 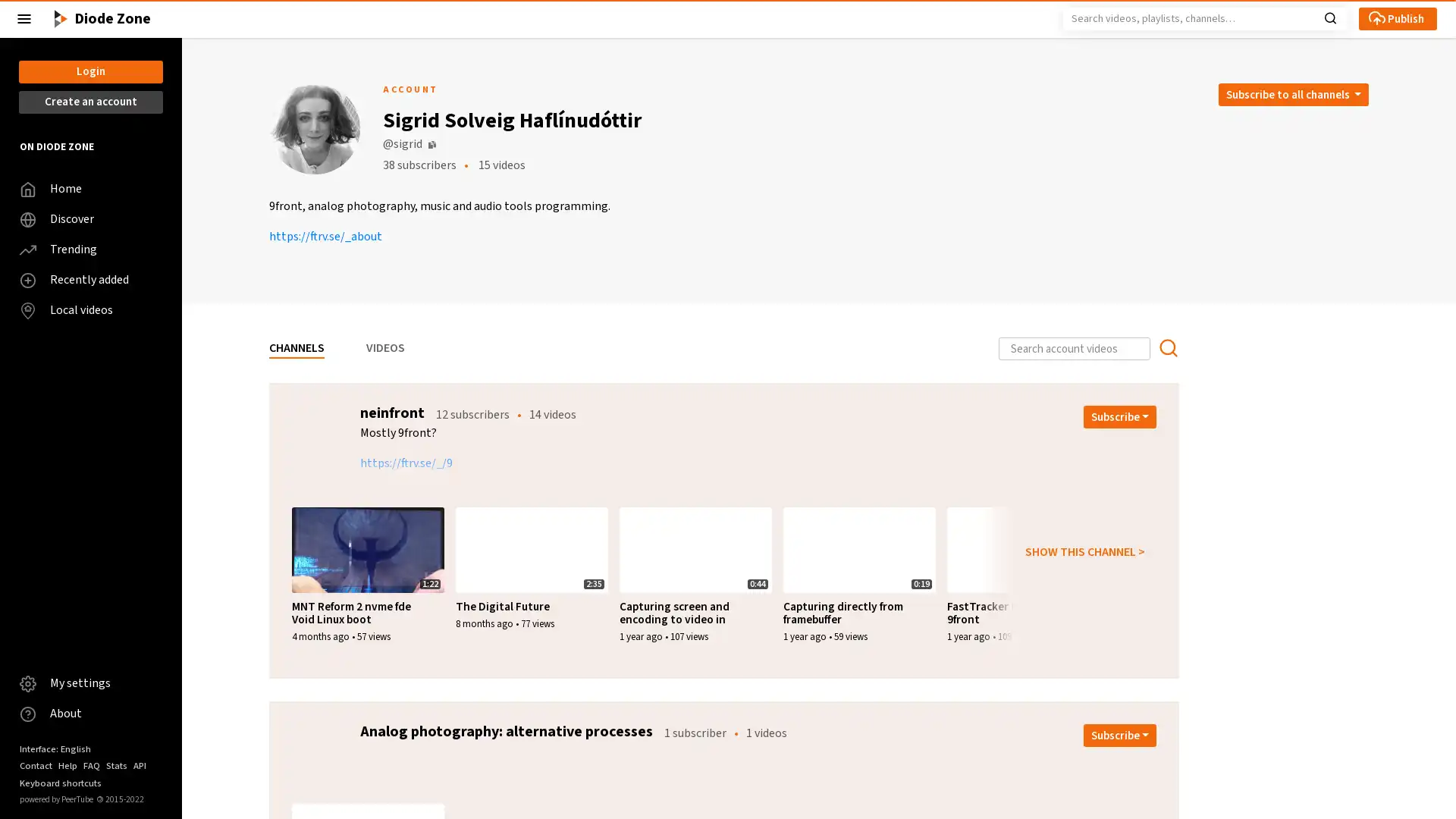 What do you see at coordinates (24, 18) in the screenshot?
I see `Close the left menu` at bounding box center [24, 18].